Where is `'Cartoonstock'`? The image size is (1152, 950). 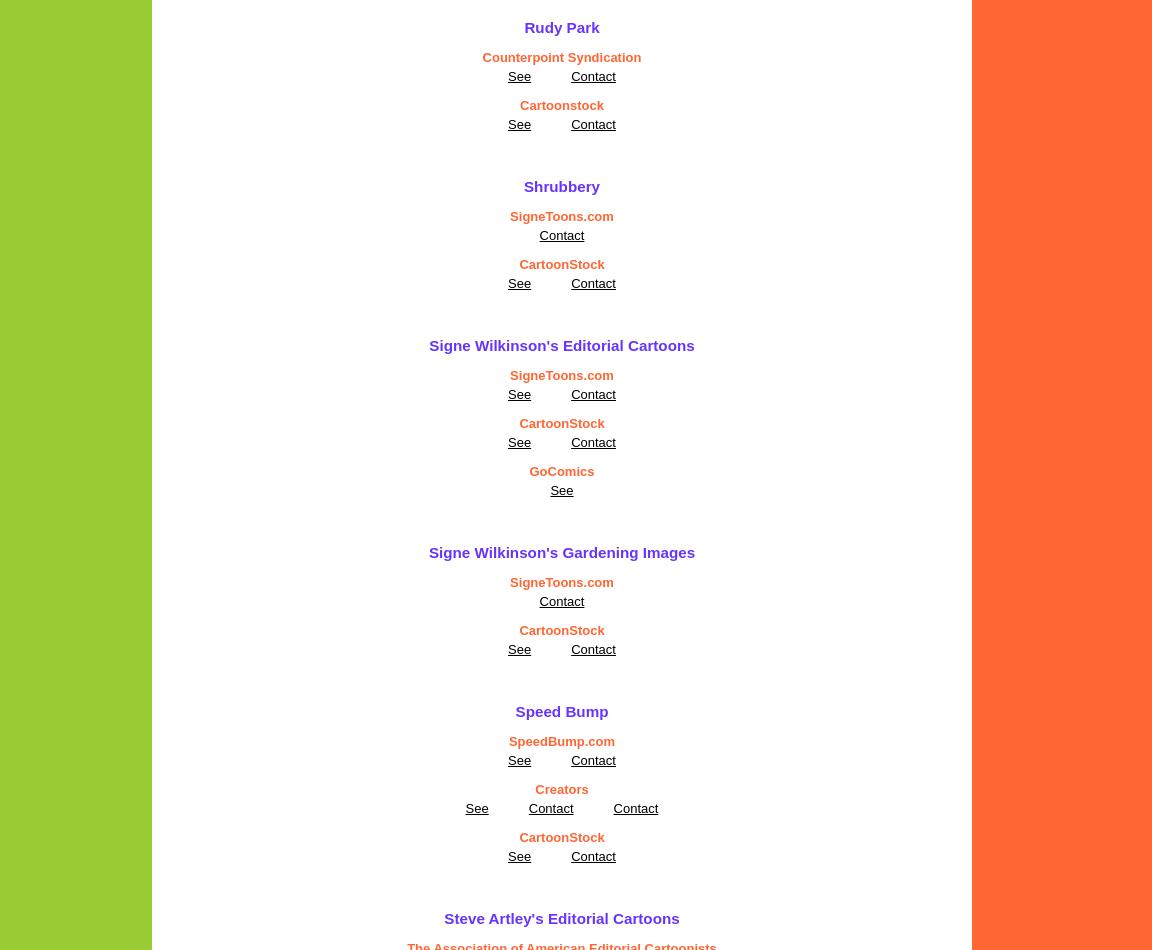
'Cartoonstock' is located at coordinates (561, 105).